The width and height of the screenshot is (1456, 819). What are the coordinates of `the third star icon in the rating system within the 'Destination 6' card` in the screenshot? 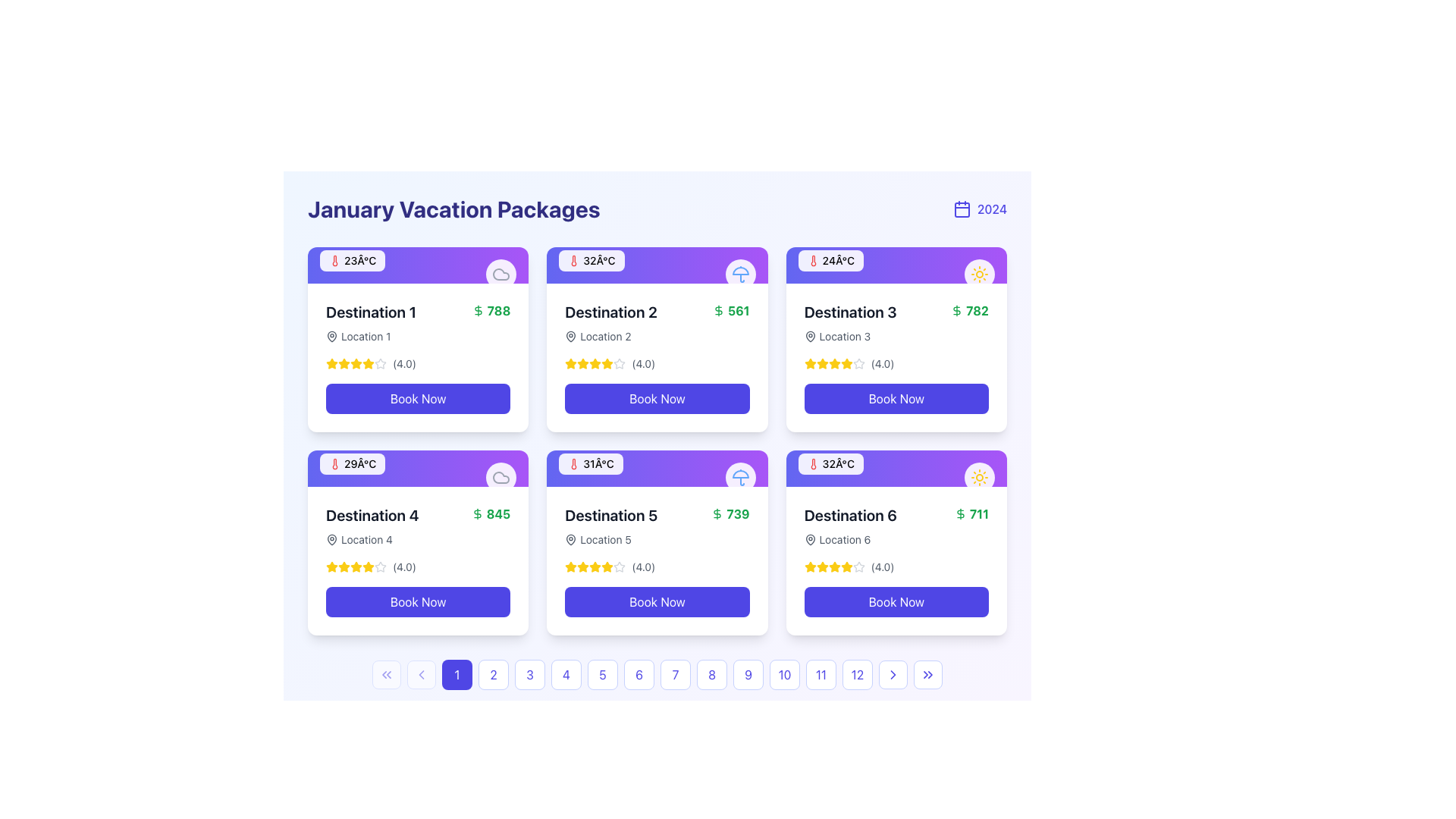 It's located at (846, 566).